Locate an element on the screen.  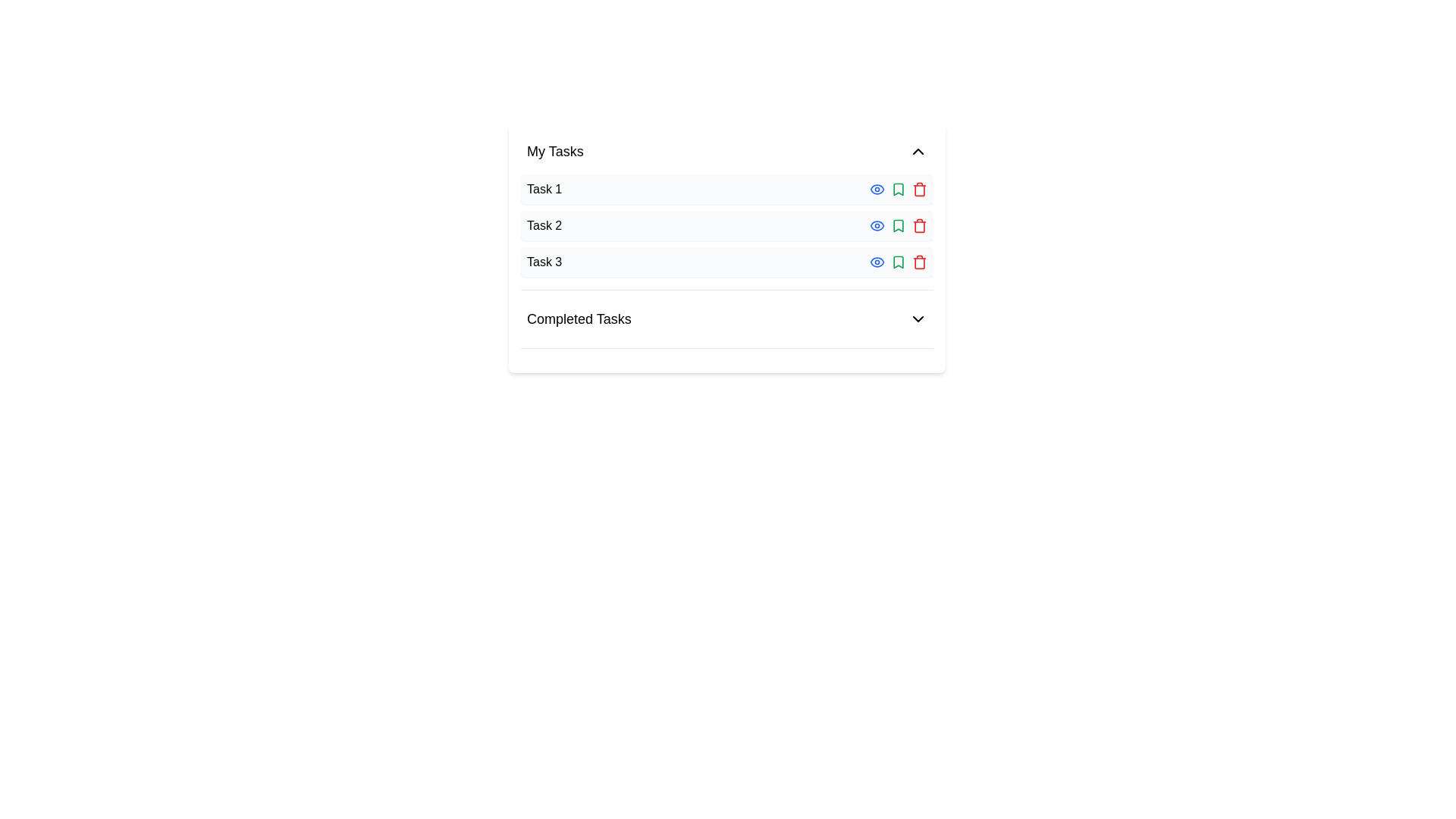
the eye-shaped blue icon in the 'Task 3' row is located at coordinates (877, 262).